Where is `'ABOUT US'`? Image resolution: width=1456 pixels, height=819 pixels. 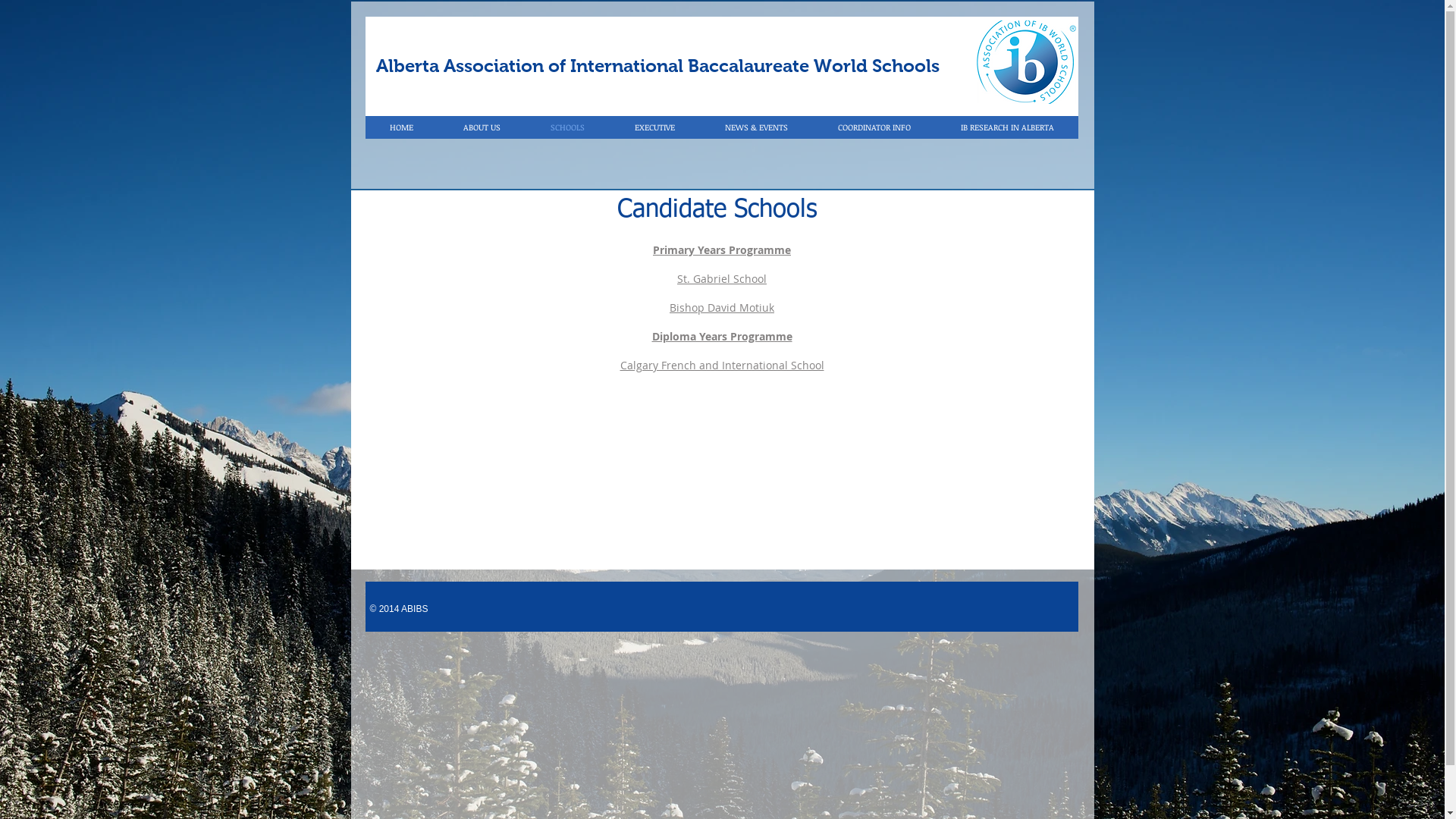
'ABOUT US' is located at coordinates (481, 127).